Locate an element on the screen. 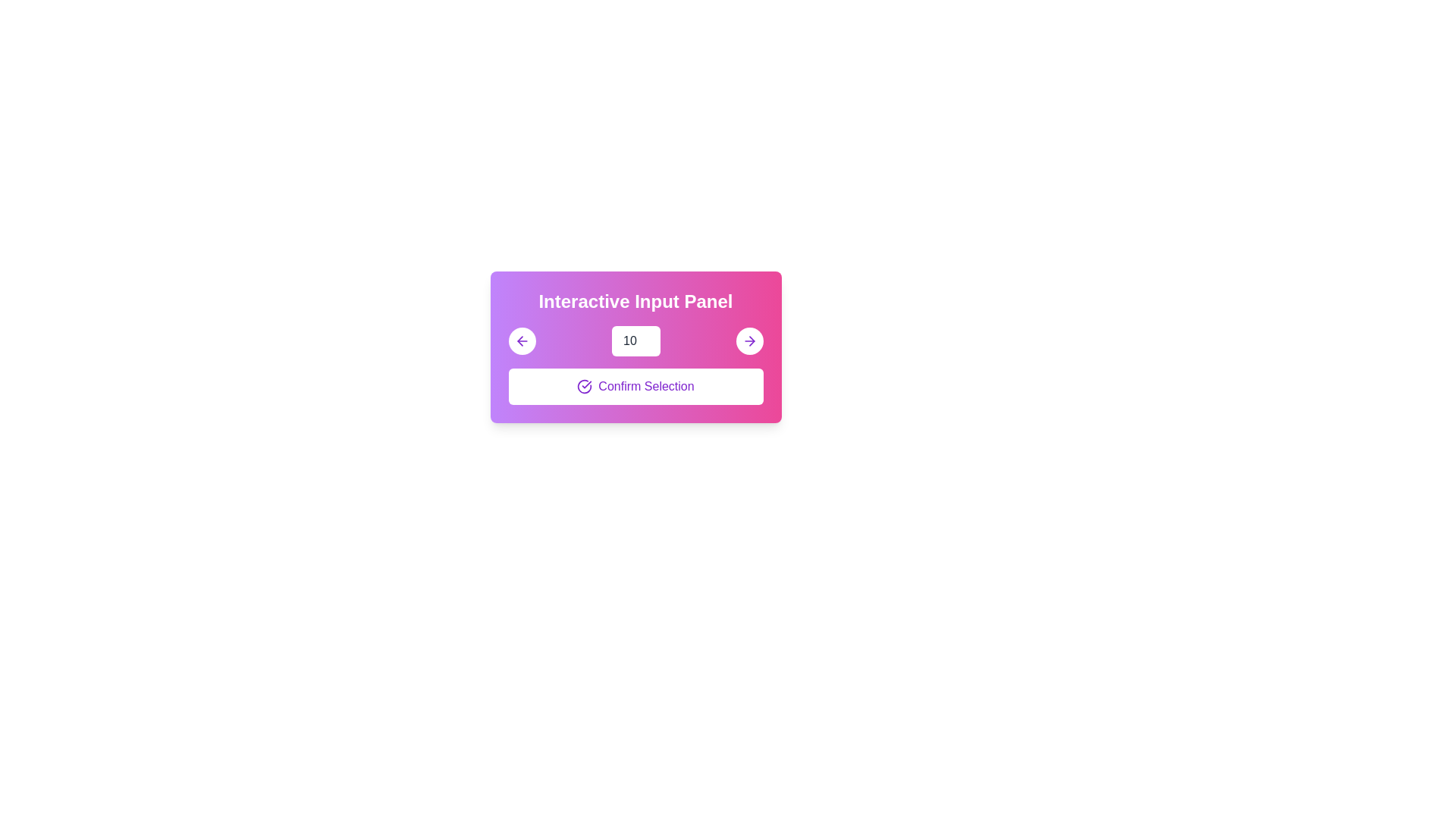  the leftmost circular button with a white background and a purple arrow pointing left to decrease the value is located at coordinates (522, 341).